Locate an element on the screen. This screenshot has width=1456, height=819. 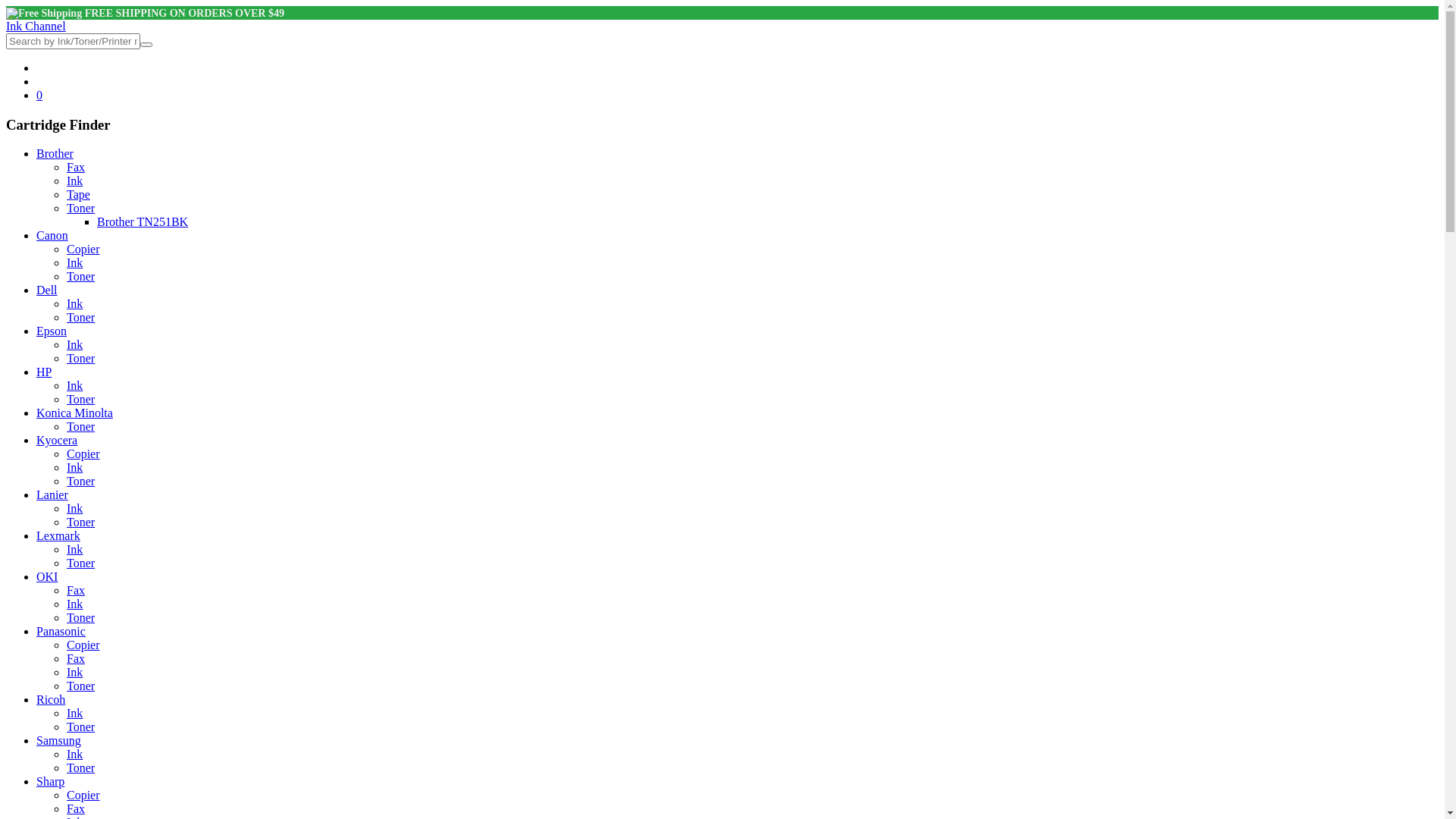
'Fax' is located at coordinates (75, 589).